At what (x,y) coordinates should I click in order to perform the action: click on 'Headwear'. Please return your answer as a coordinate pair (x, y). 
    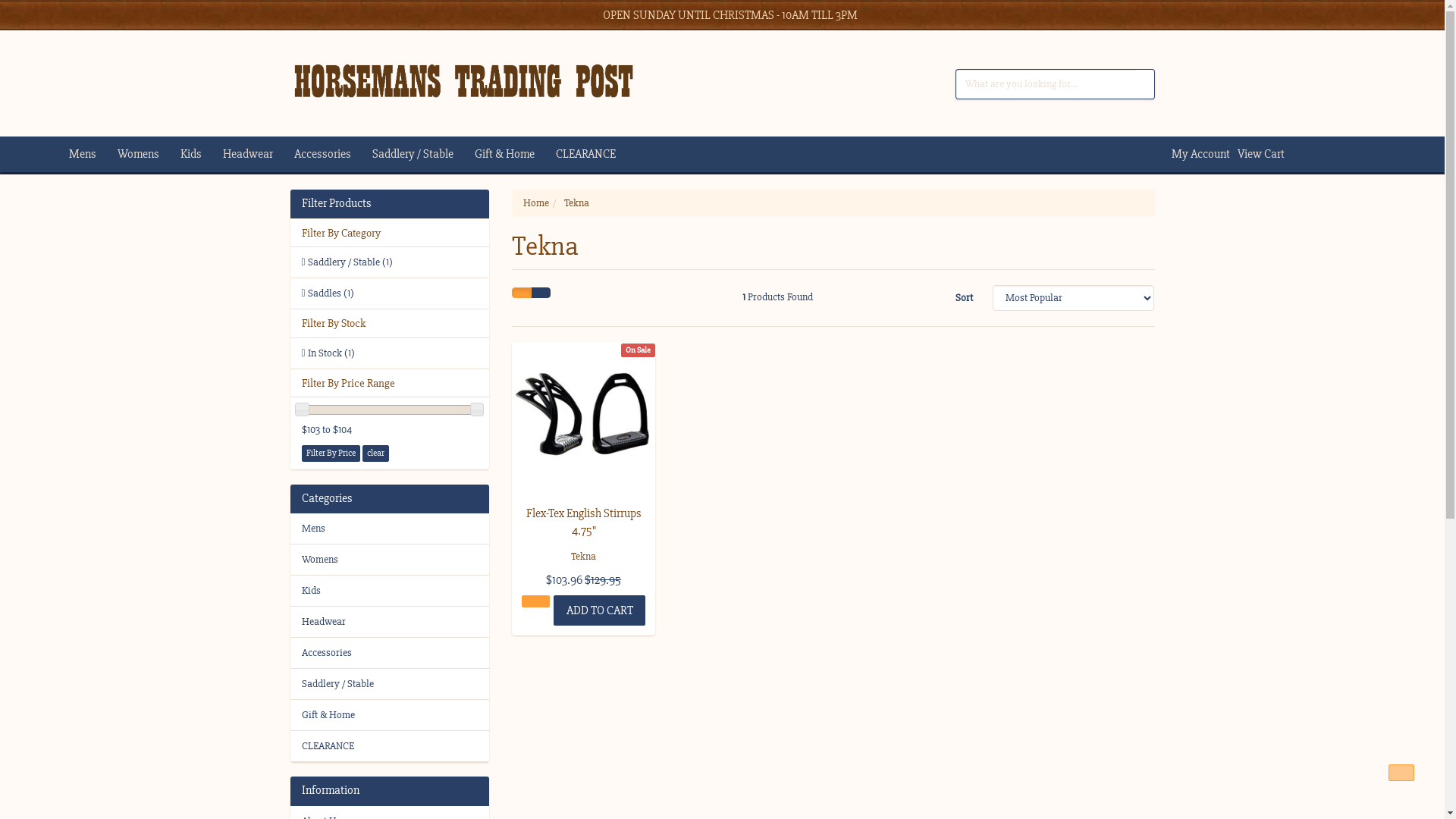
    Looking at the image, I should click on (221, 154).